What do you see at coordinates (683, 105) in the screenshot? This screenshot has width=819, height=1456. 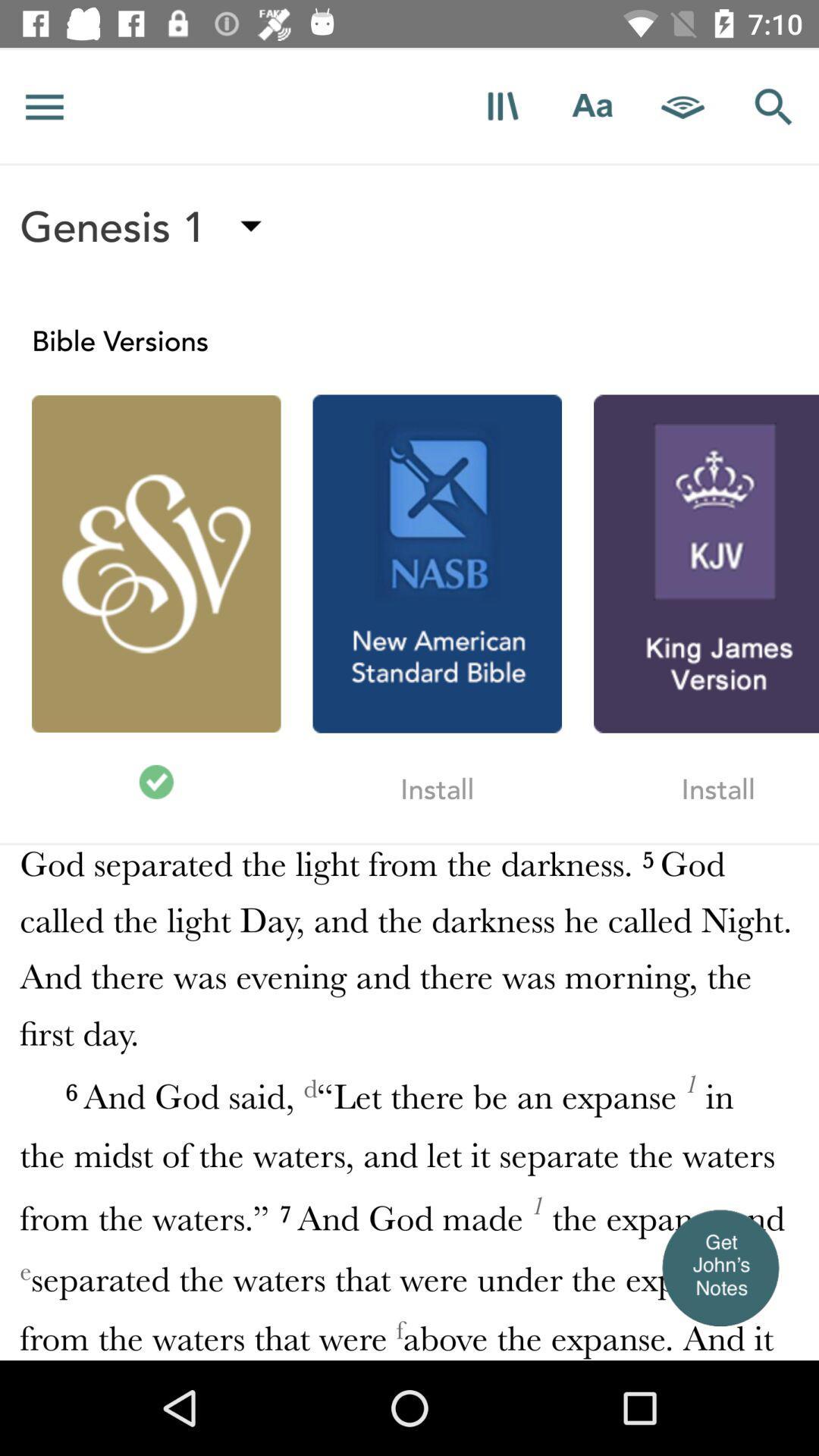 I see `wifi` at bounding box center [683, 105].